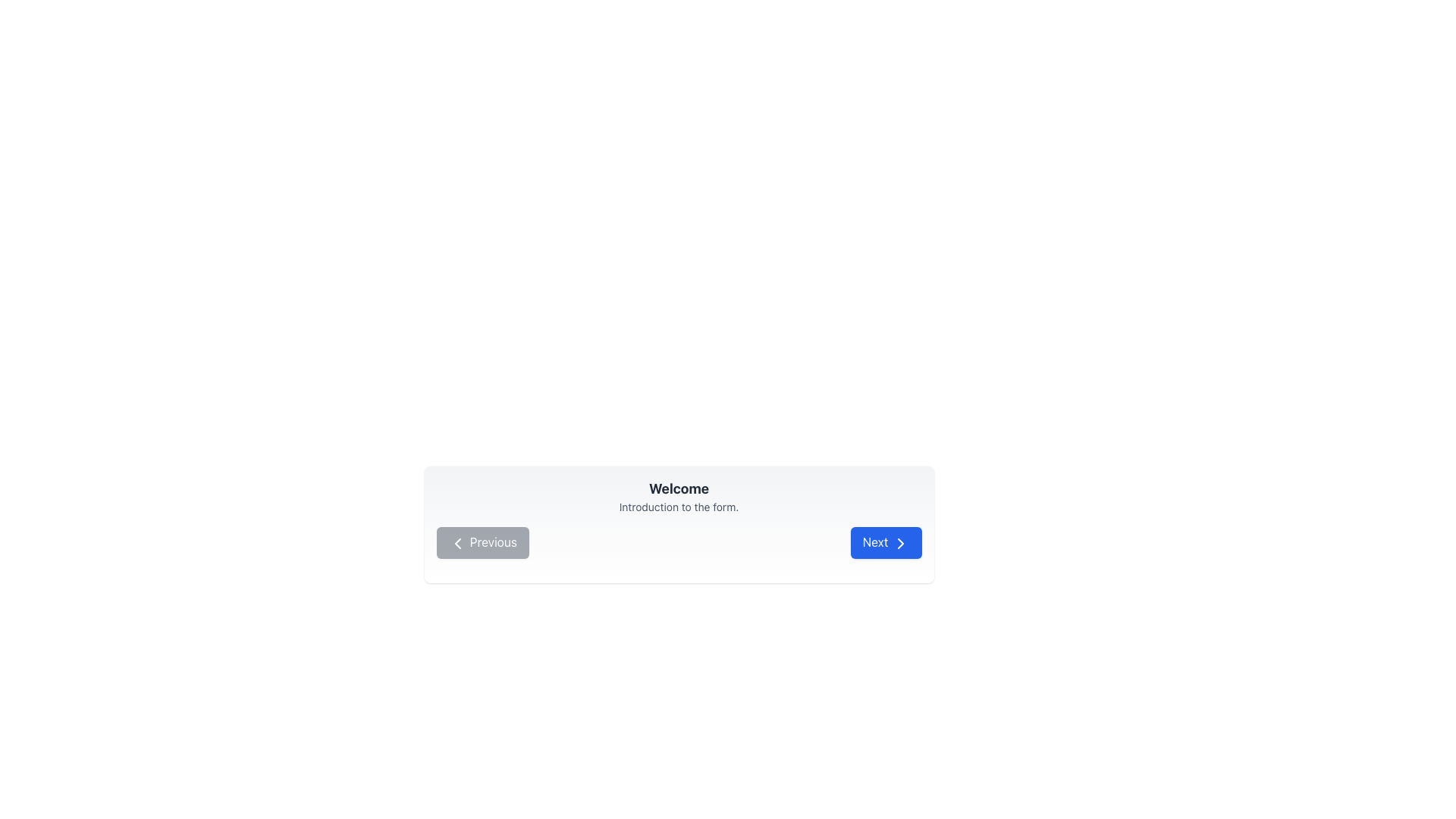  I want to click on the navigation icon on the 'Next' button to proceed to the next step in the sequence, so click(900, 542).